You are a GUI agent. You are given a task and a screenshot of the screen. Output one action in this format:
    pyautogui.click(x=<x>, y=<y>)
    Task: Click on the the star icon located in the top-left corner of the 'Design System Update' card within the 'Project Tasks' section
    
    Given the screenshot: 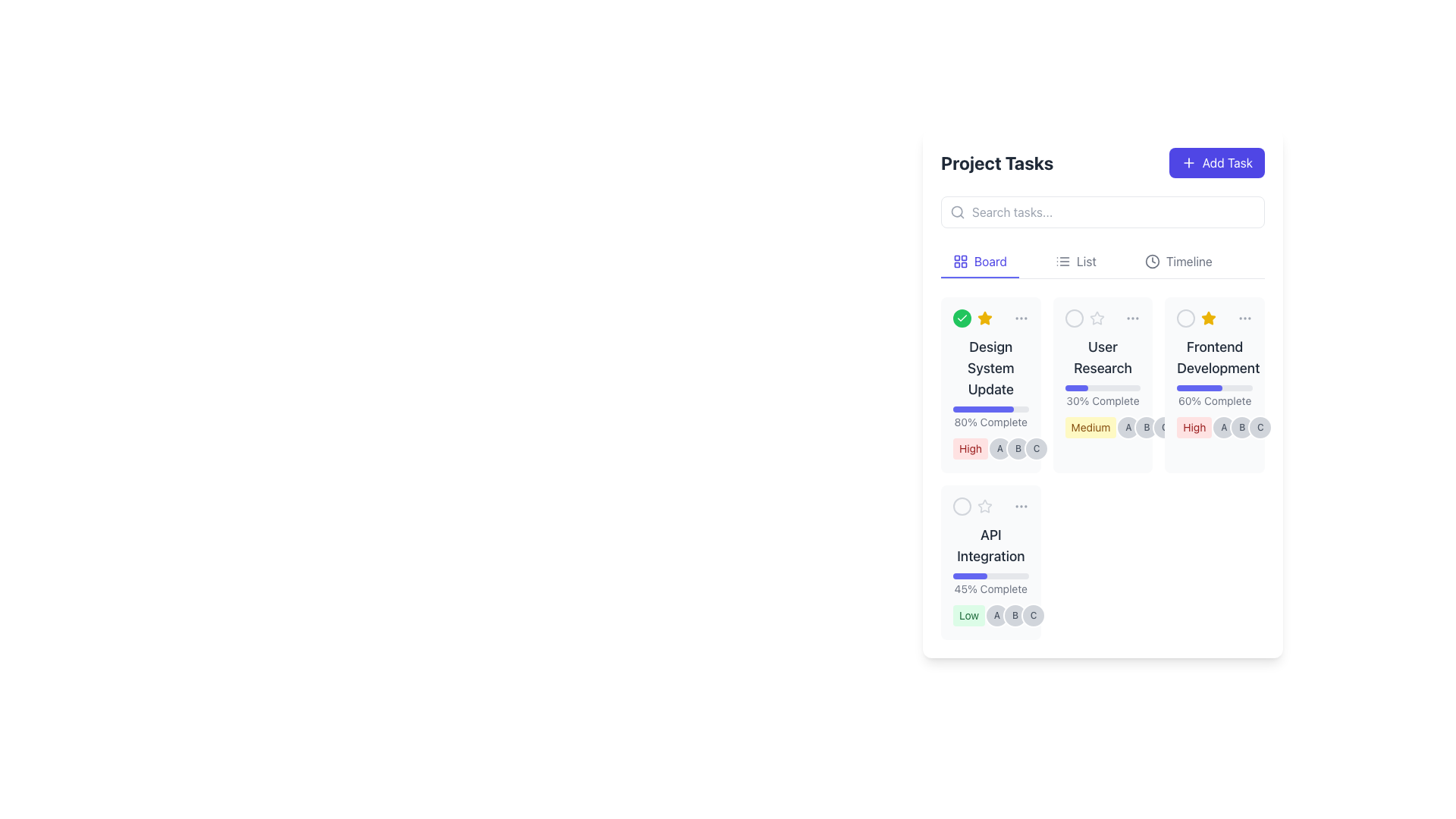 What is the action you would take?
    pyautogui.click(x=984, y=317)
    